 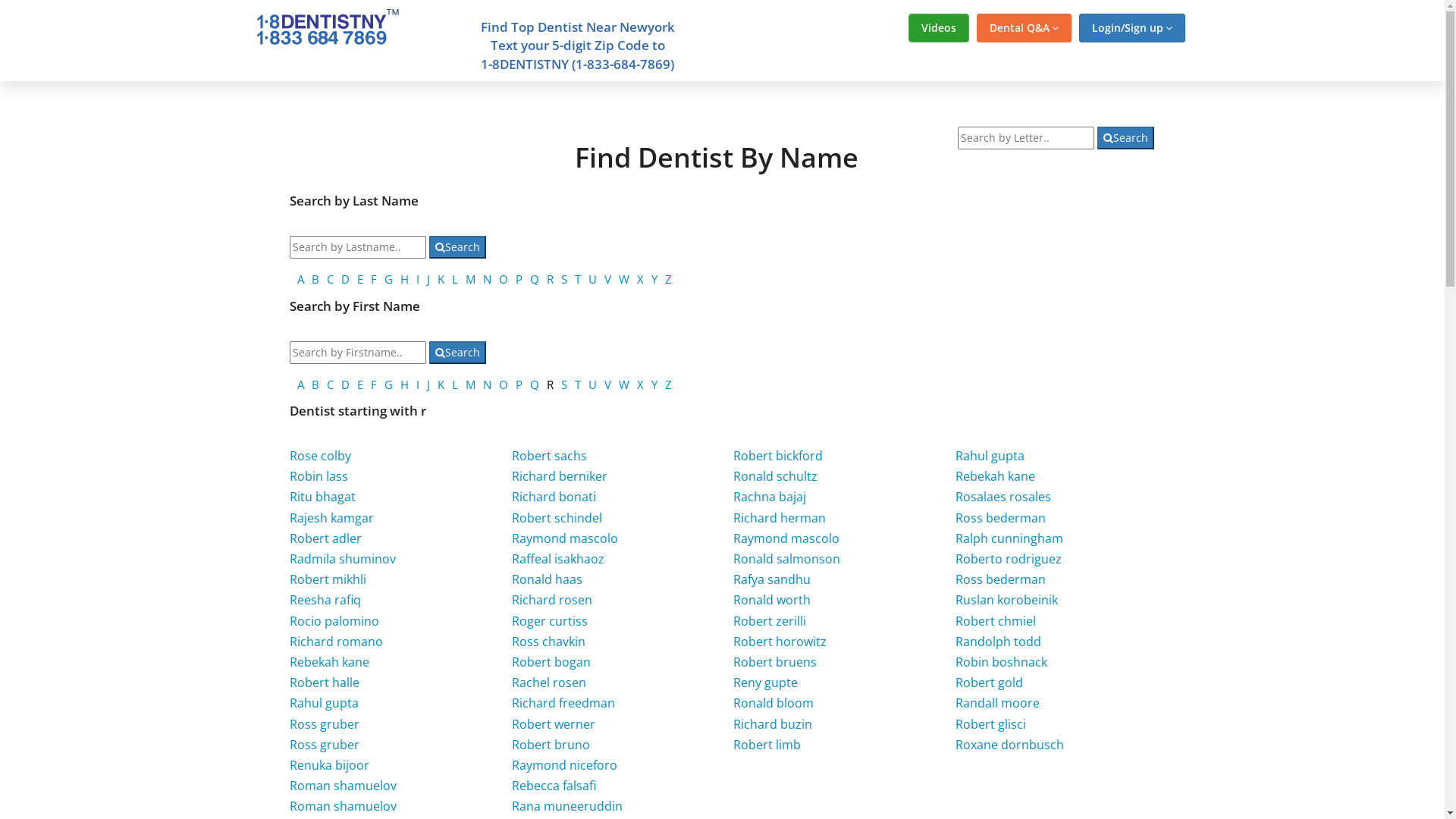 I want to click on 'Richard herman', so click(x=779, y=516).